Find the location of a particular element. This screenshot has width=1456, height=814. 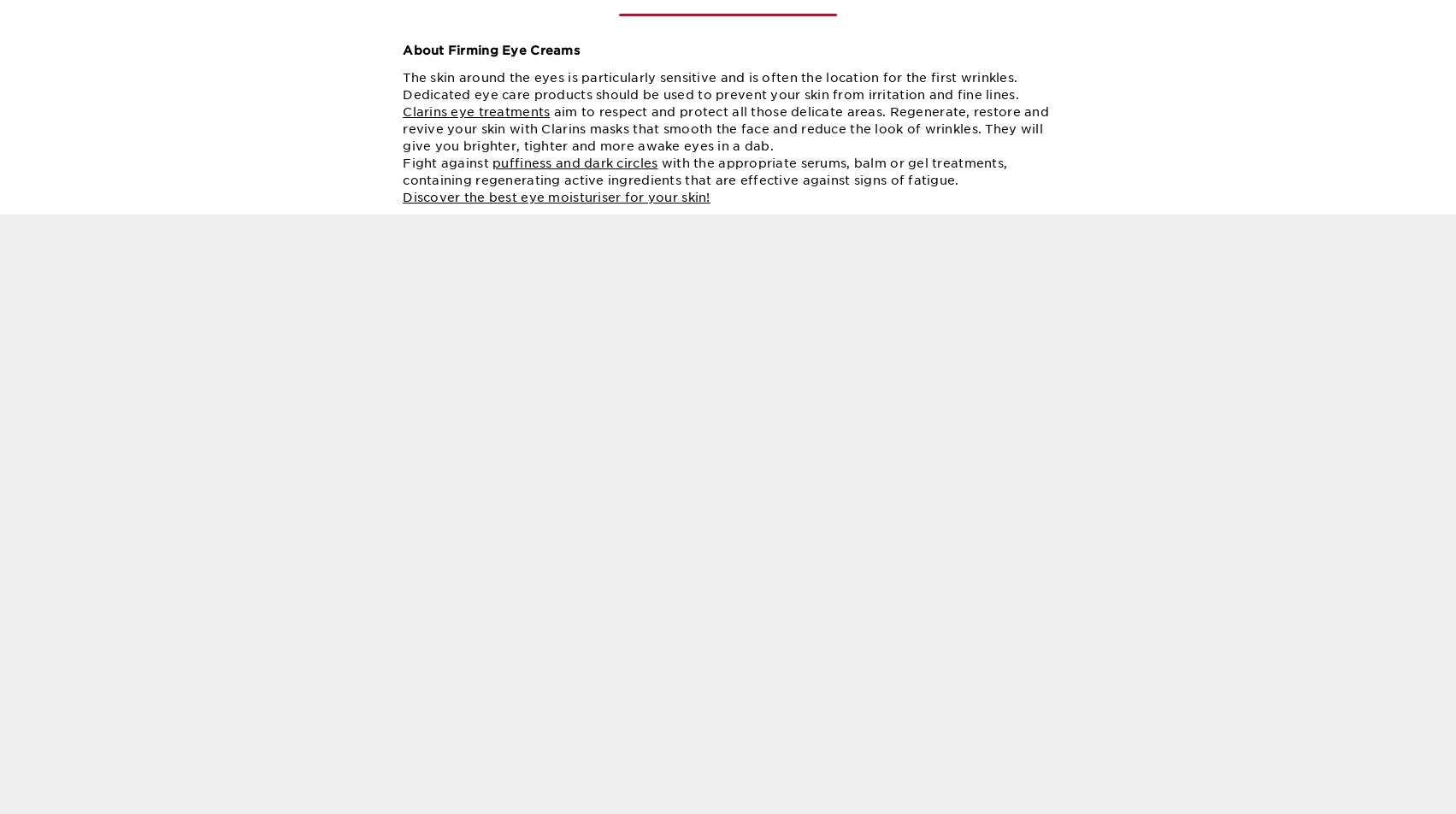

'You have viewed 17 of 17 products' is located at coordinates (618, 13).